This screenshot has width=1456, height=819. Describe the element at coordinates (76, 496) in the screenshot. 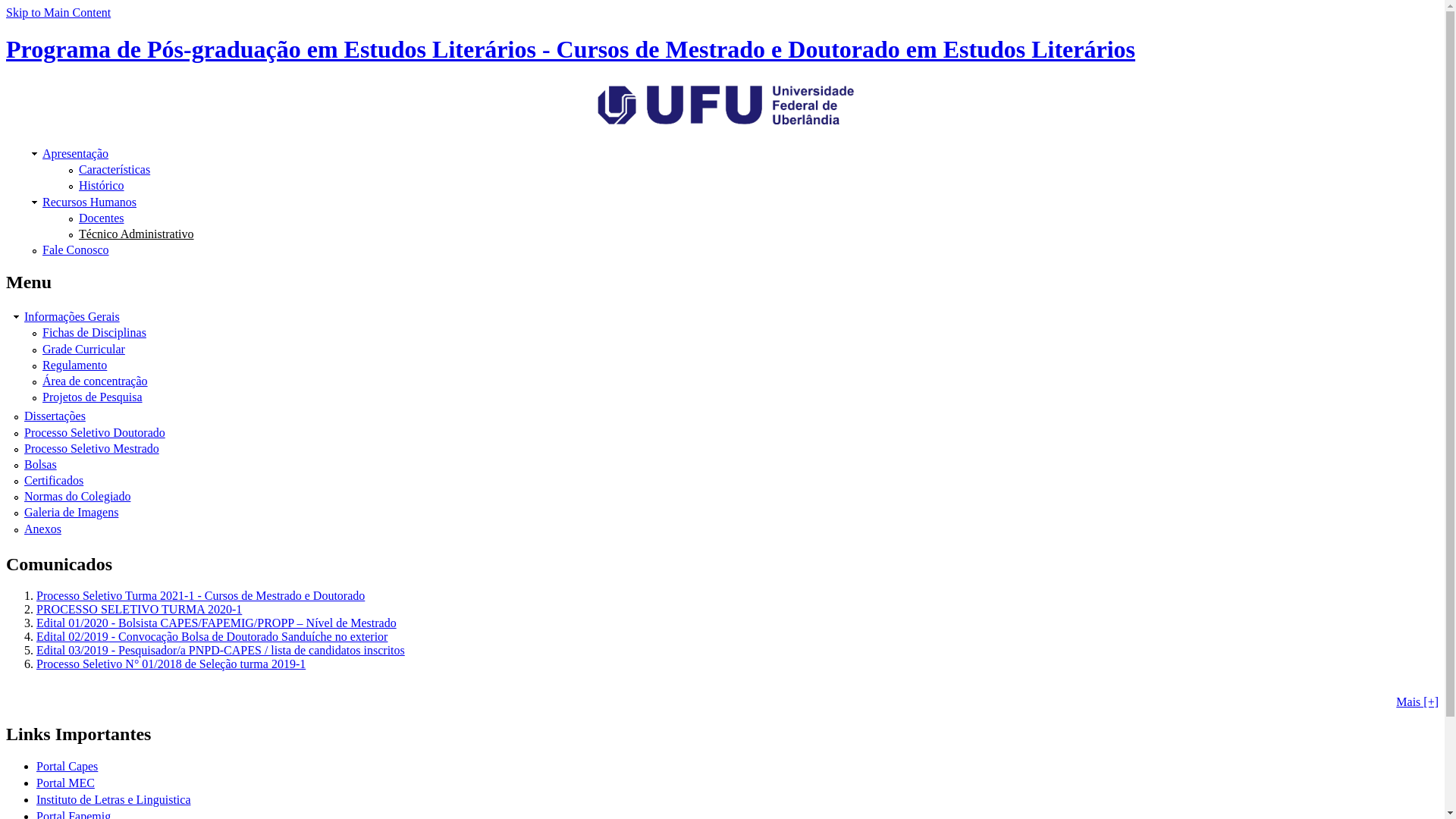

I see `'Normas do Colegiado'` at that location.